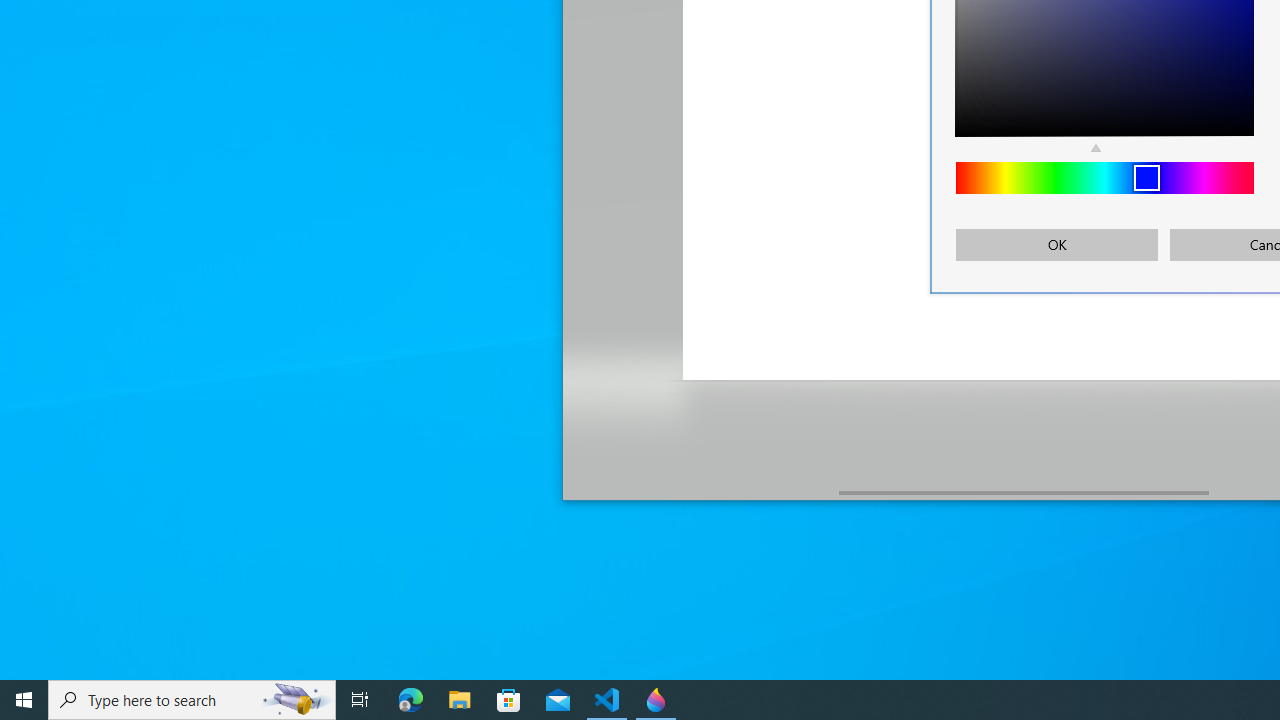 Image resolution: width=1280 pixels, height=720 pixels. I want to click on 'Paint 3D - 1 running window', so click(656, 698).